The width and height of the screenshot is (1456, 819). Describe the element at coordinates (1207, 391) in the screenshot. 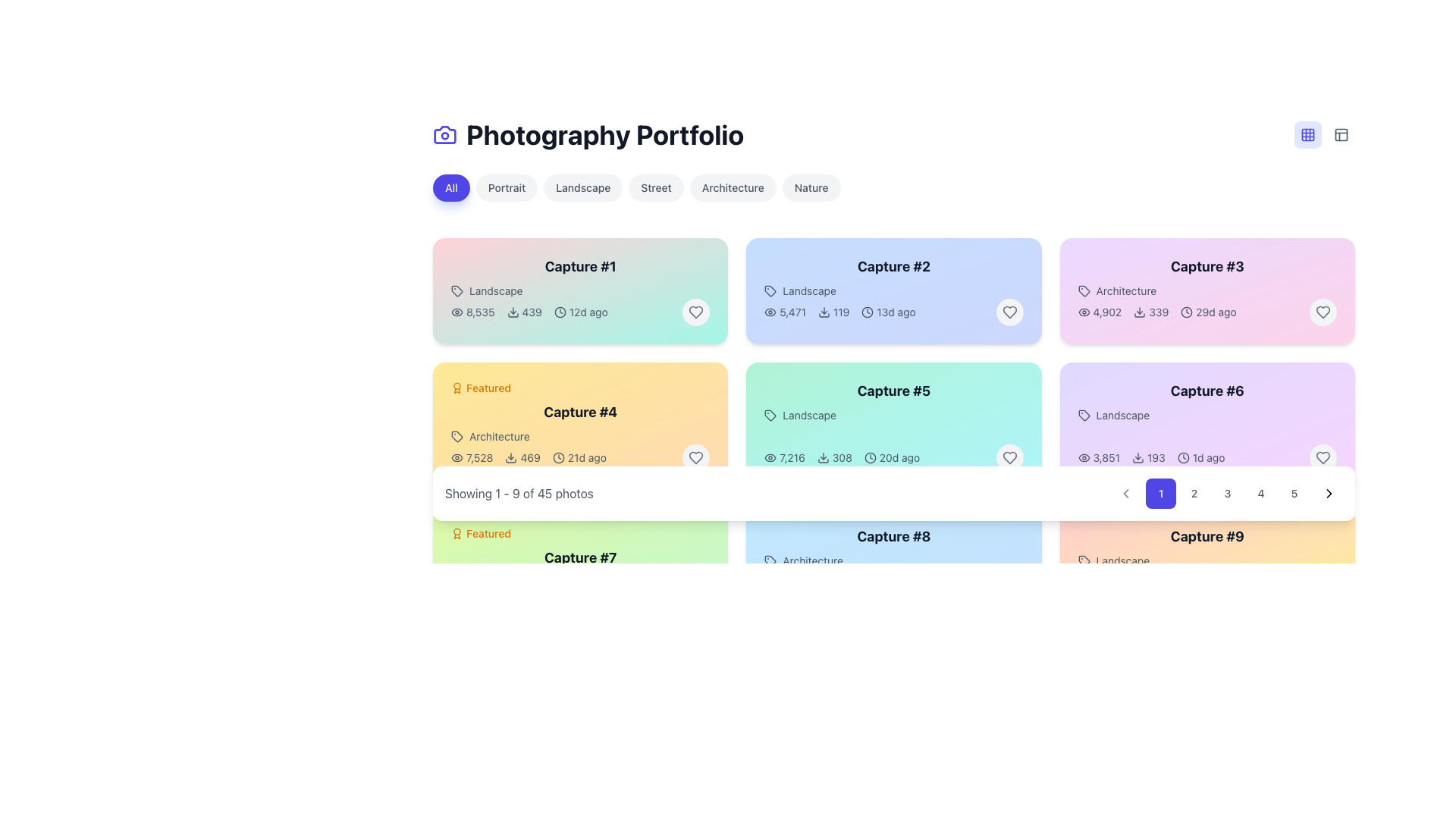

I see `text label displaying 'Capture #6' which is prominently visible on the card in the second row and third column of the grid layout` at that location.